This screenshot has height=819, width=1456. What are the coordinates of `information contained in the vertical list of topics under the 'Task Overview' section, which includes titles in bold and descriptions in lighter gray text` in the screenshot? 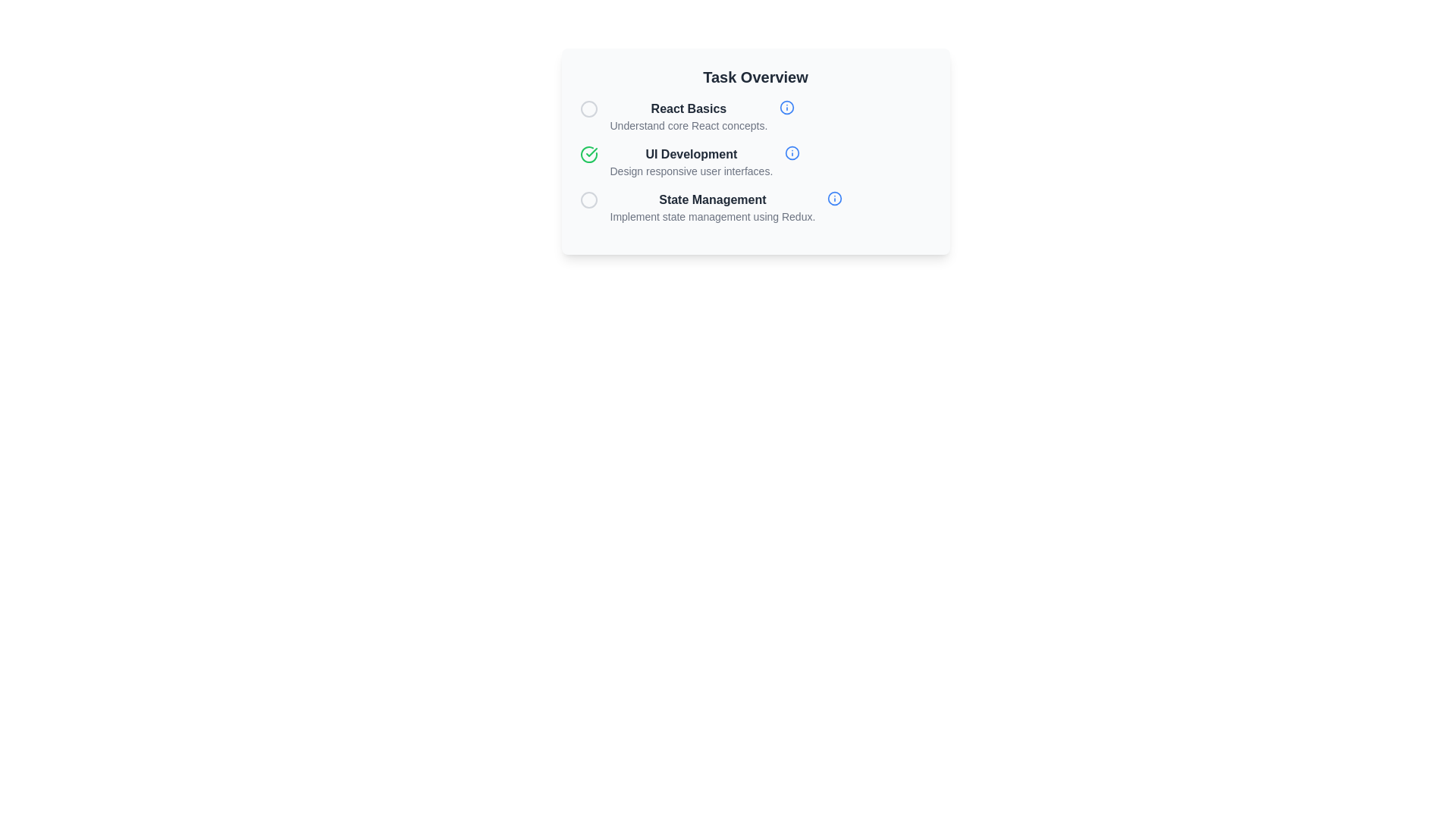 It's located at (755, 162).